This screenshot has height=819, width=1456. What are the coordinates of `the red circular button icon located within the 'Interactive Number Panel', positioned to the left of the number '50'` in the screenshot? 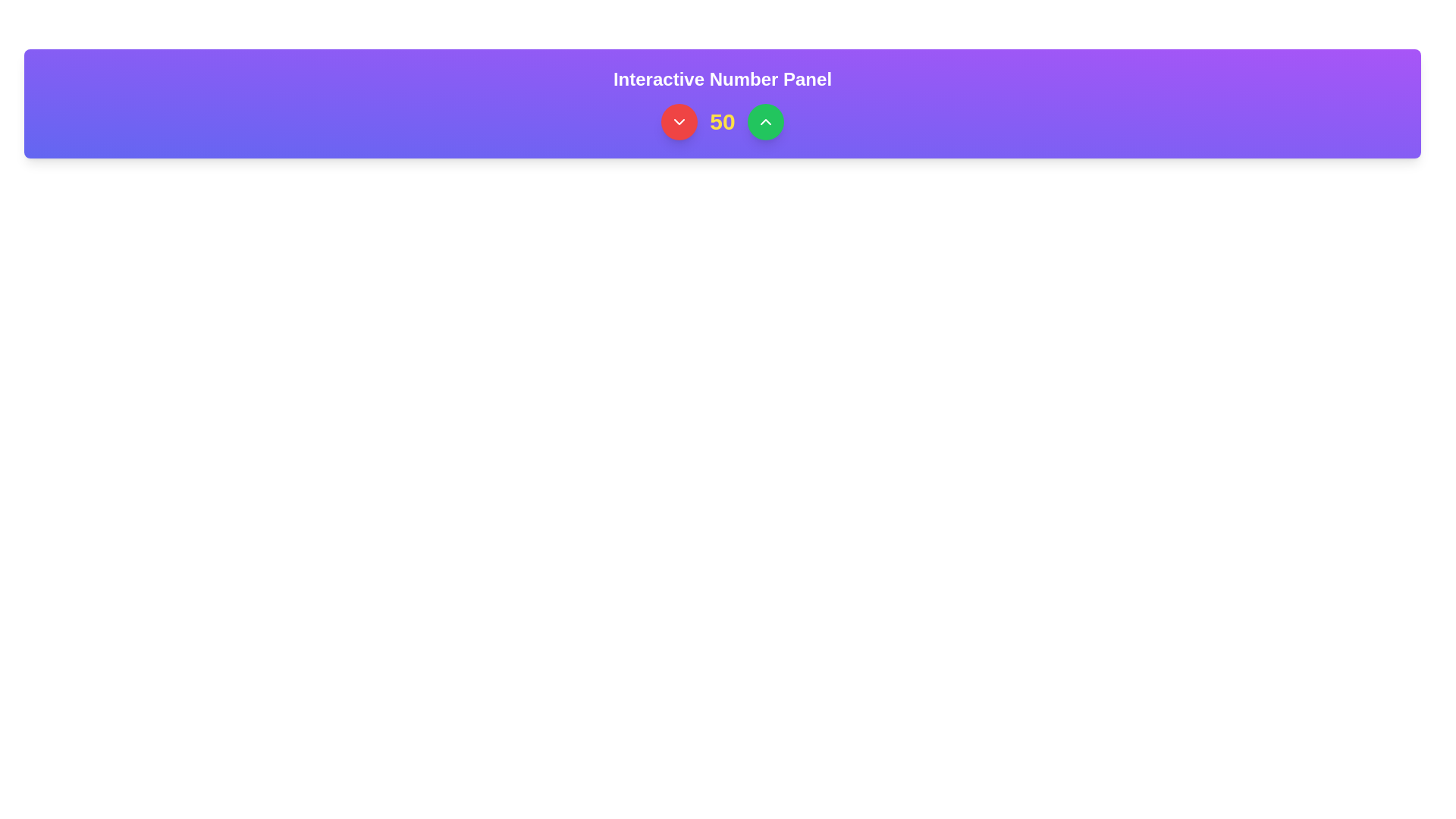 It's located at (679, 121).